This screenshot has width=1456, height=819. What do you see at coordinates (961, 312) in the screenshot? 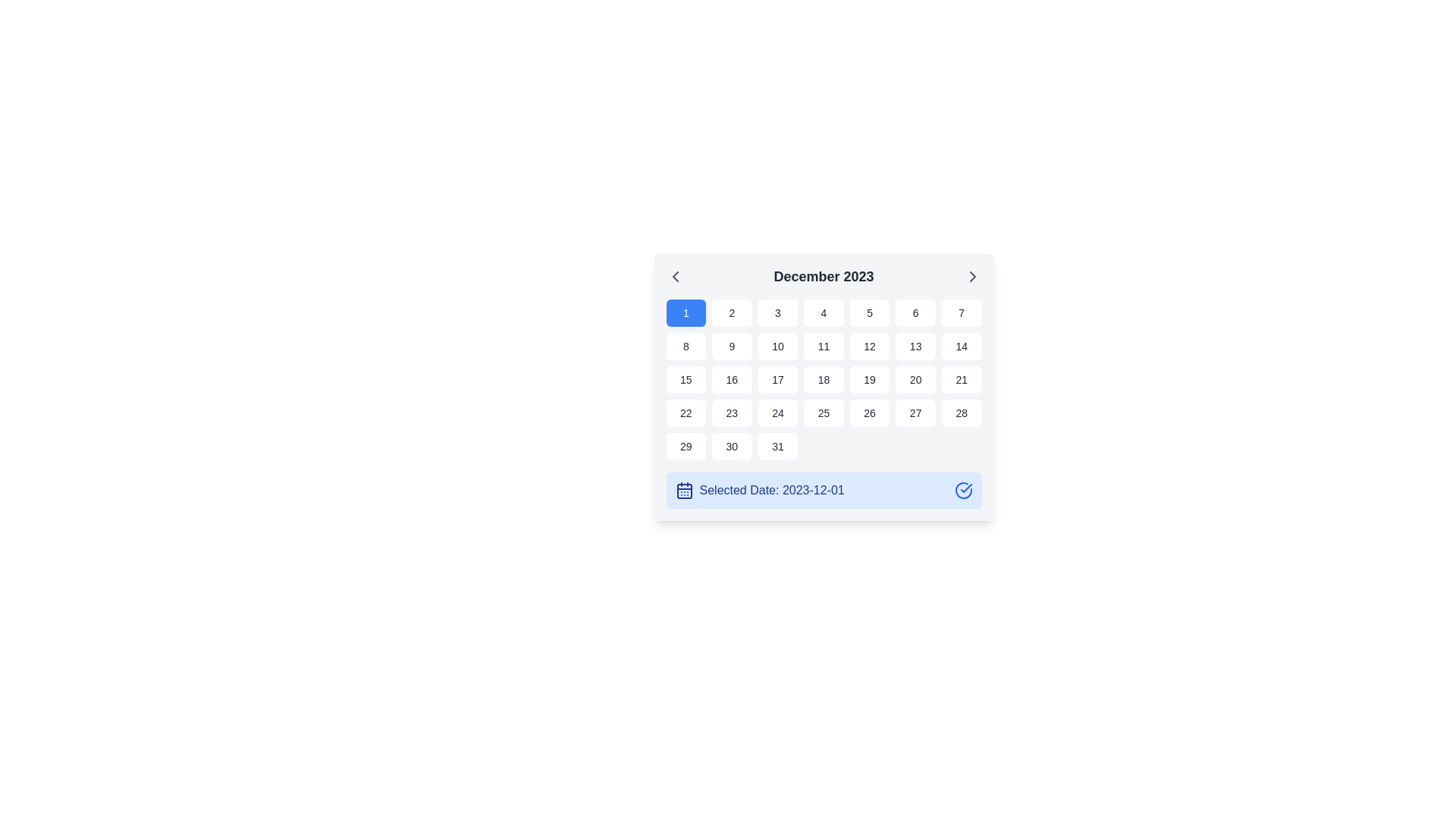
I see `the button` at bounding box center [961, 312].